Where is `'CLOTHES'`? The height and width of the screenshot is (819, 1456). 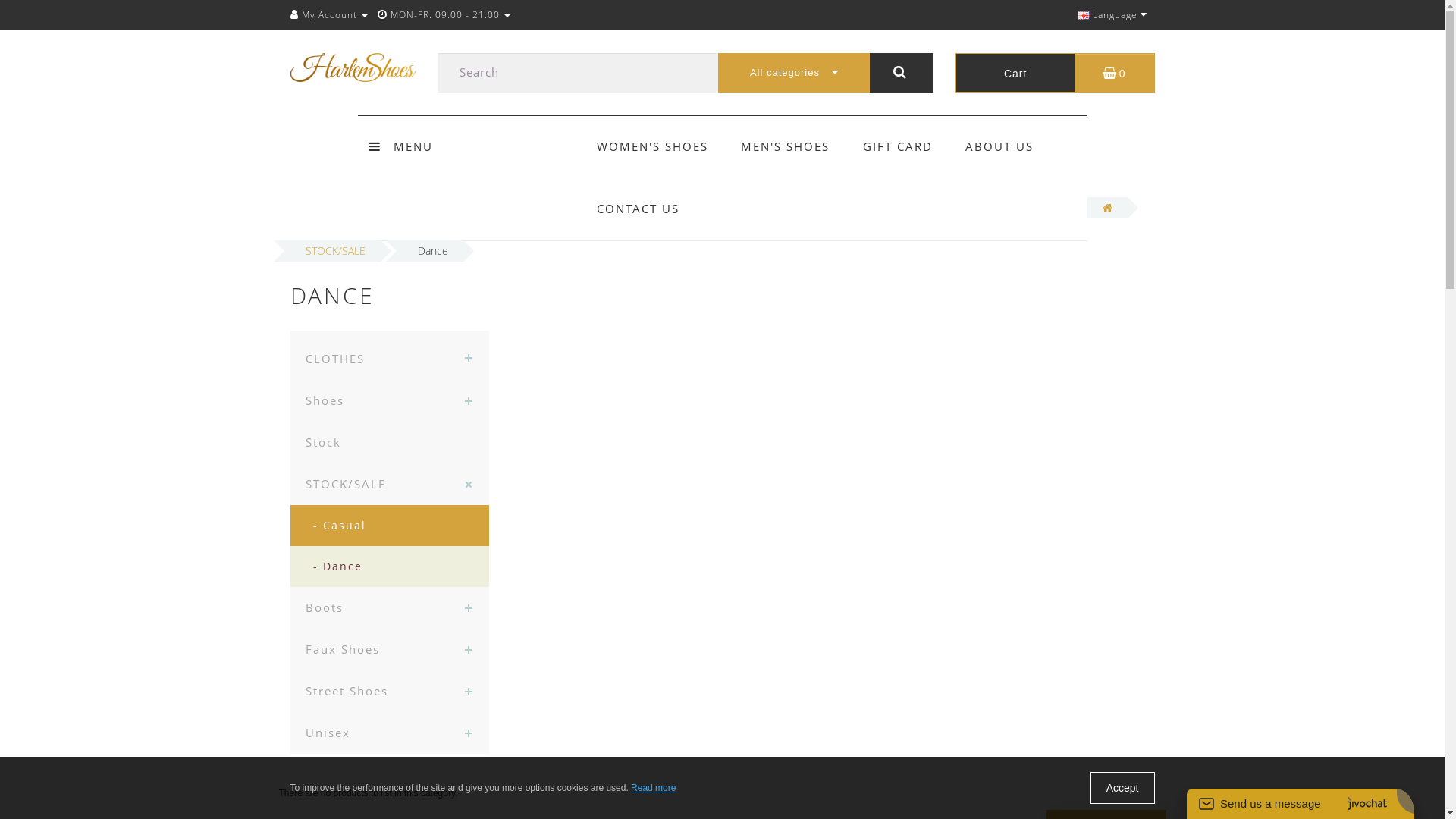 'CLOTHES' is located at coordinates (389, 355).